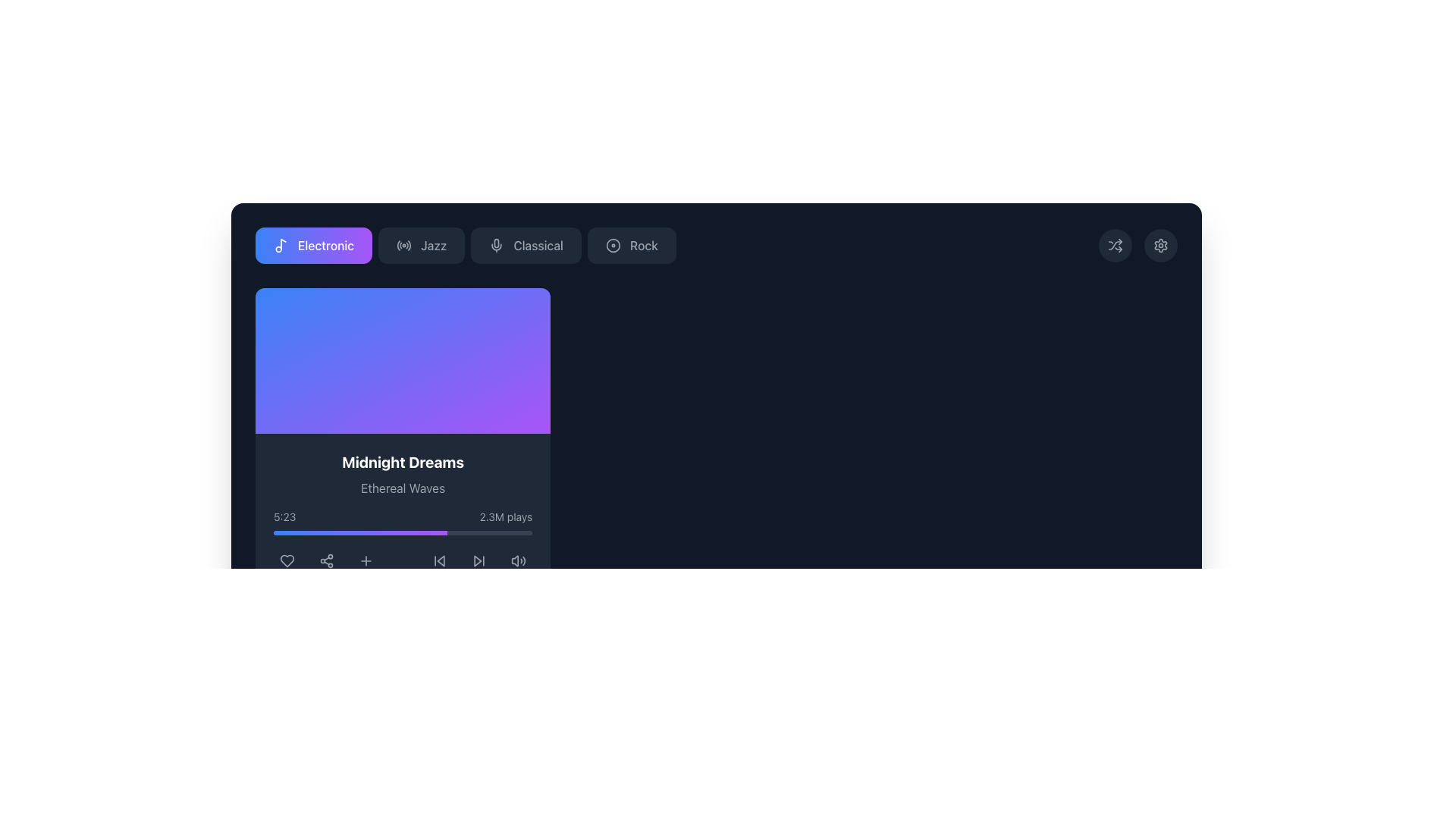  Describe the element at coordinates (519, 561) in the screenshot. I see `the speaker icon with sound waves located in the bottom right section of the player interface to adjust volume settings` at that location.